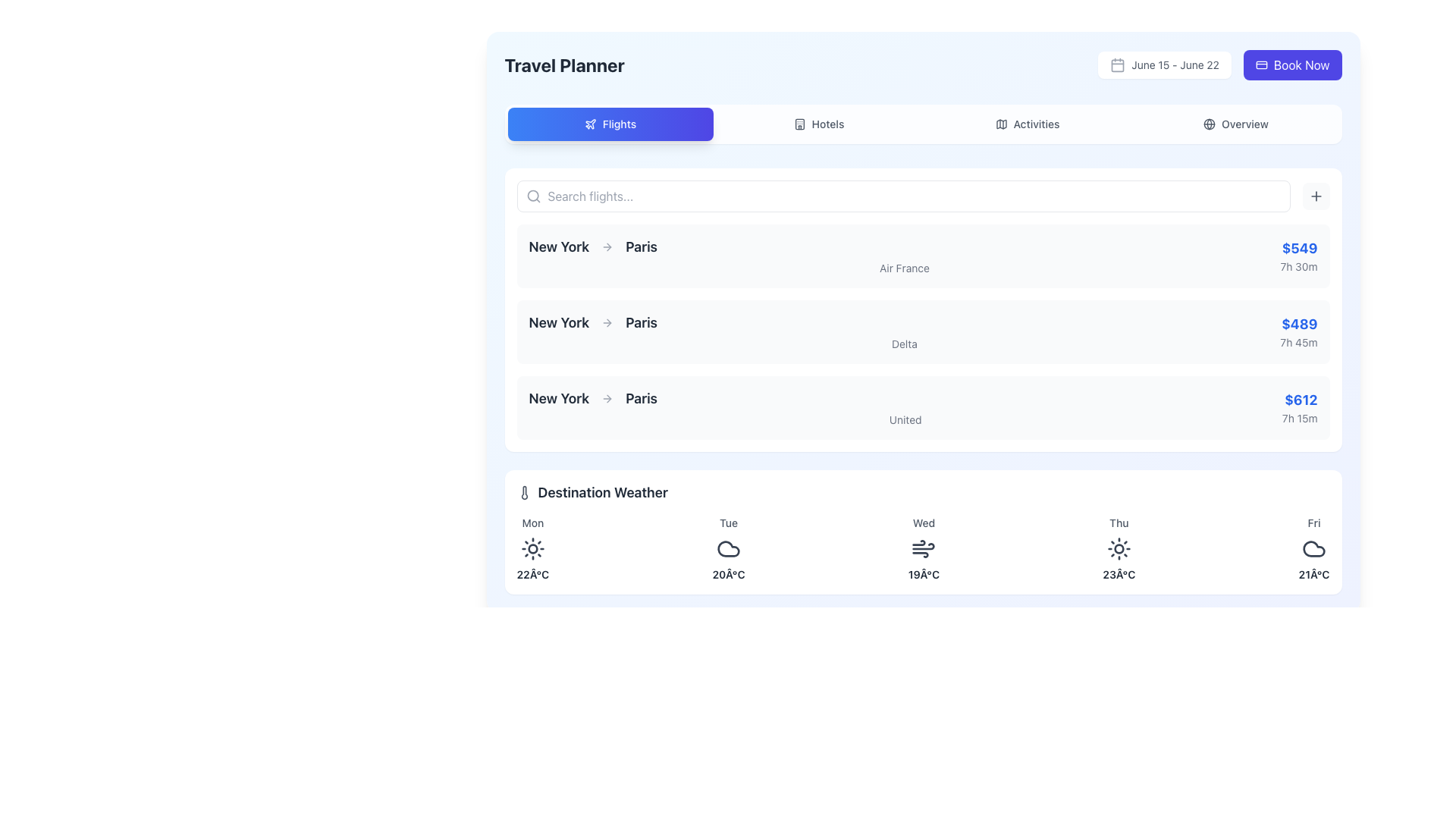 The image size is (1456, 819). Describe the element at coordinates (1313, 575) in the screenshot. I see `temperature information displayed in the Text label showing '21°C' in the bottom row of the 'Destination Weather' section under the 'Fri' column` at that location.